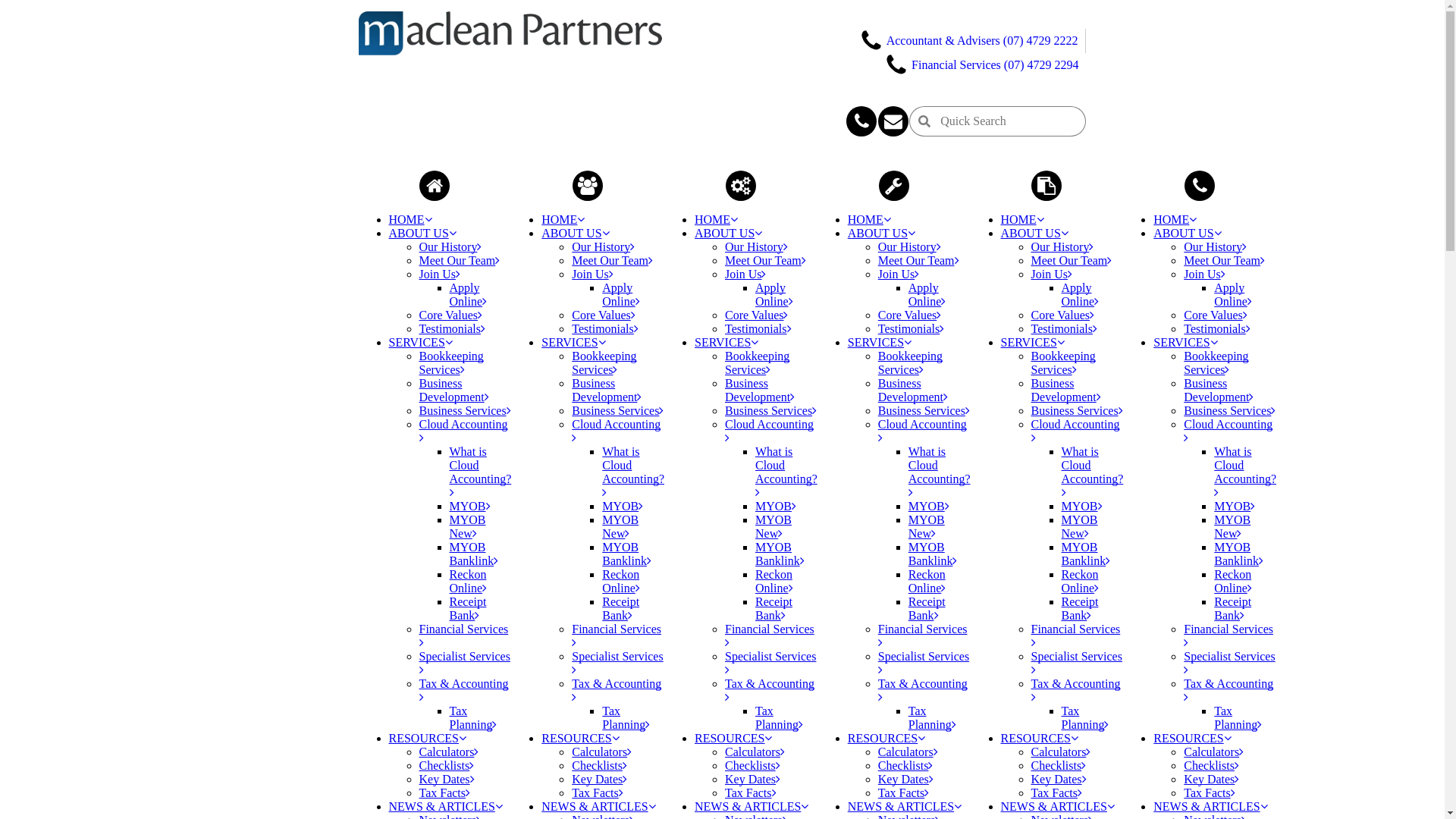 The width and height of the screenshot is (1456, 819). I want to click on 'What is Cloud Accounting?', so click(938, 471).